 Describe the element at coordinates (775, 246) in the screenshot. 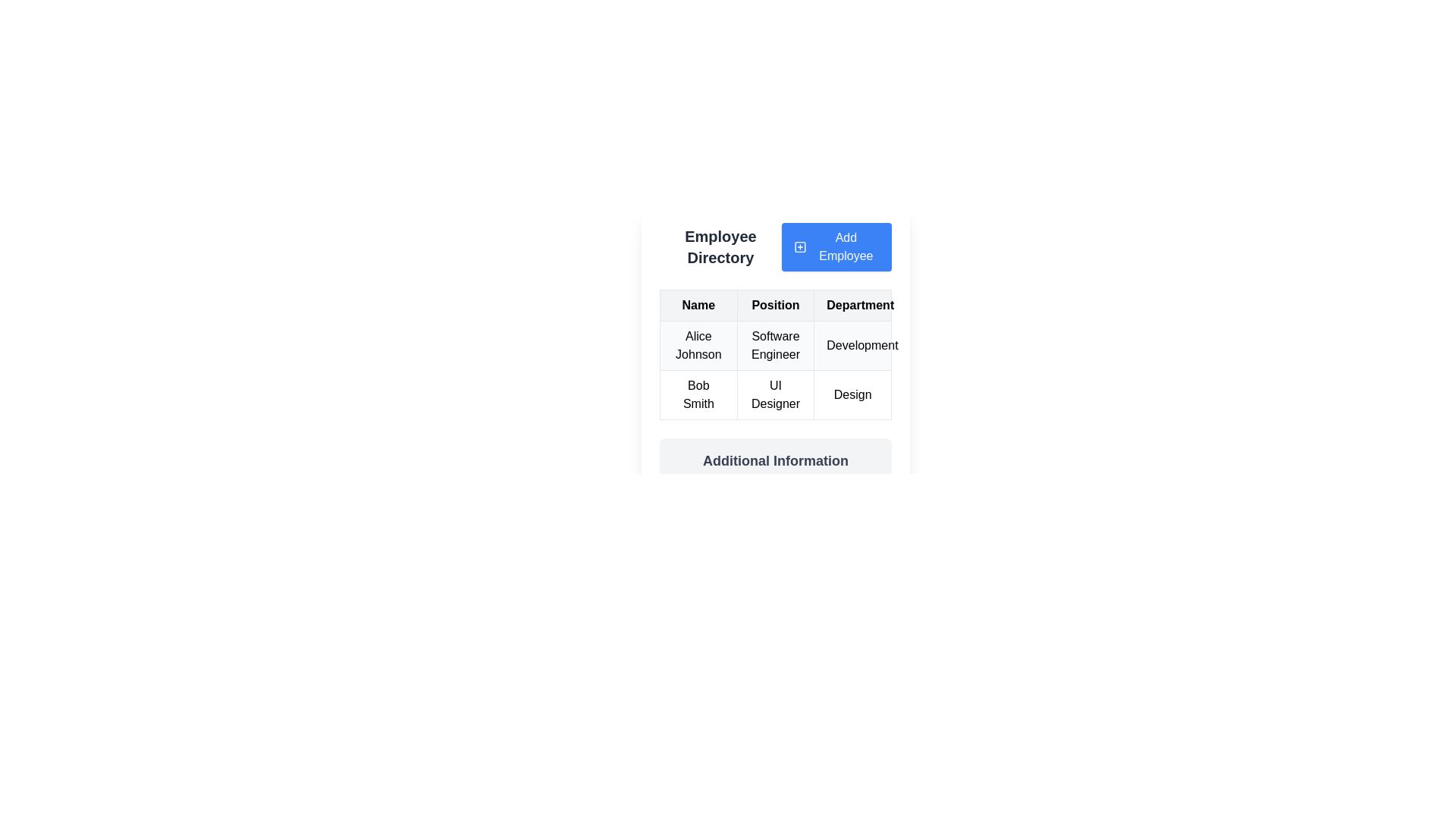

I see `the 'Add Employee' button within the 'Employee Directory' title and action bar to change its color` at that location.